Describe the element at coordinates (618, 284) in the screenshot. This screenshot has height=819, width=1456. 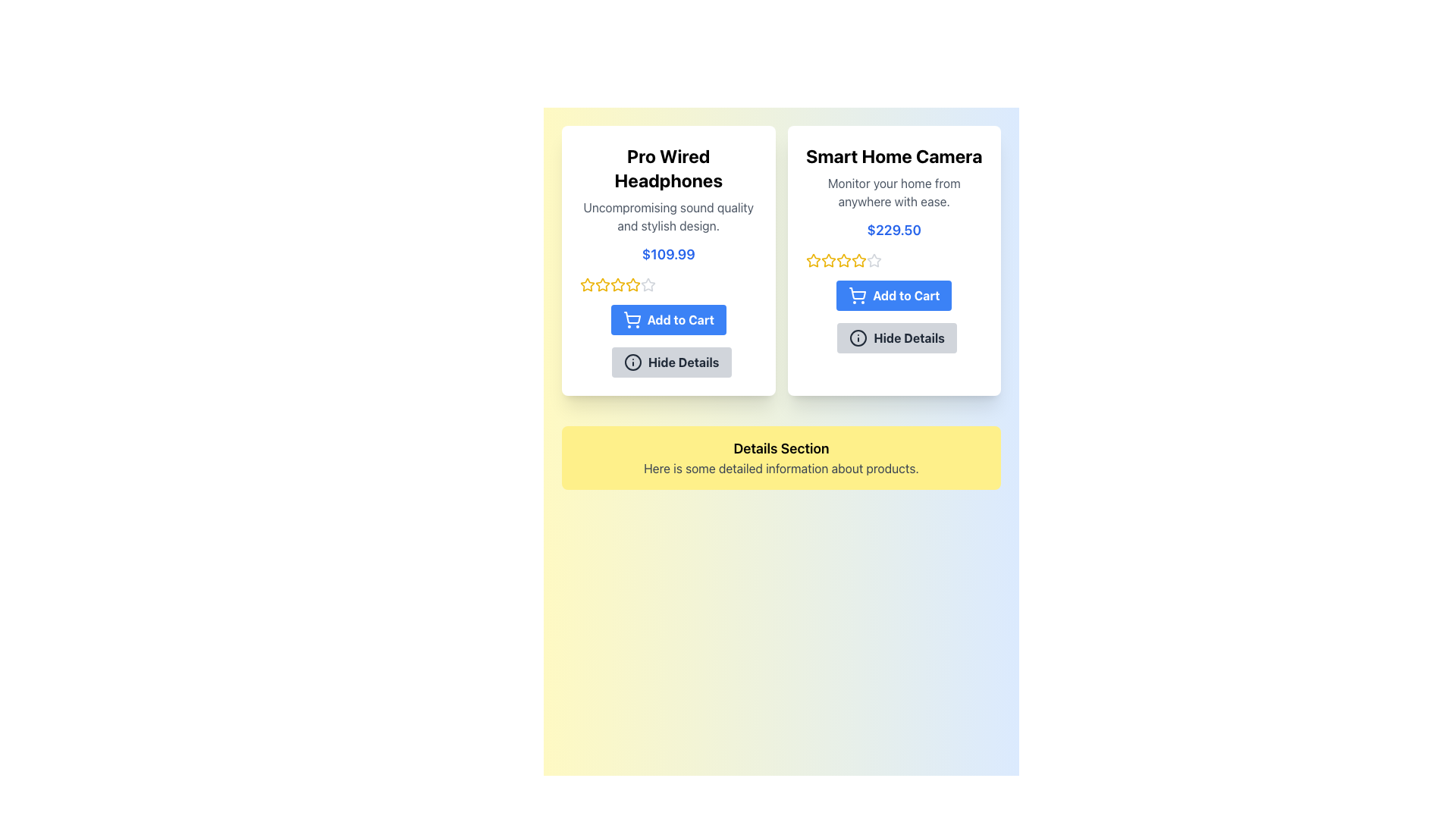
I see `the fourth star icon in the rating system for the product 'Pro Wired Headphones', located above the blue 'Add to Cart' button` at that location.